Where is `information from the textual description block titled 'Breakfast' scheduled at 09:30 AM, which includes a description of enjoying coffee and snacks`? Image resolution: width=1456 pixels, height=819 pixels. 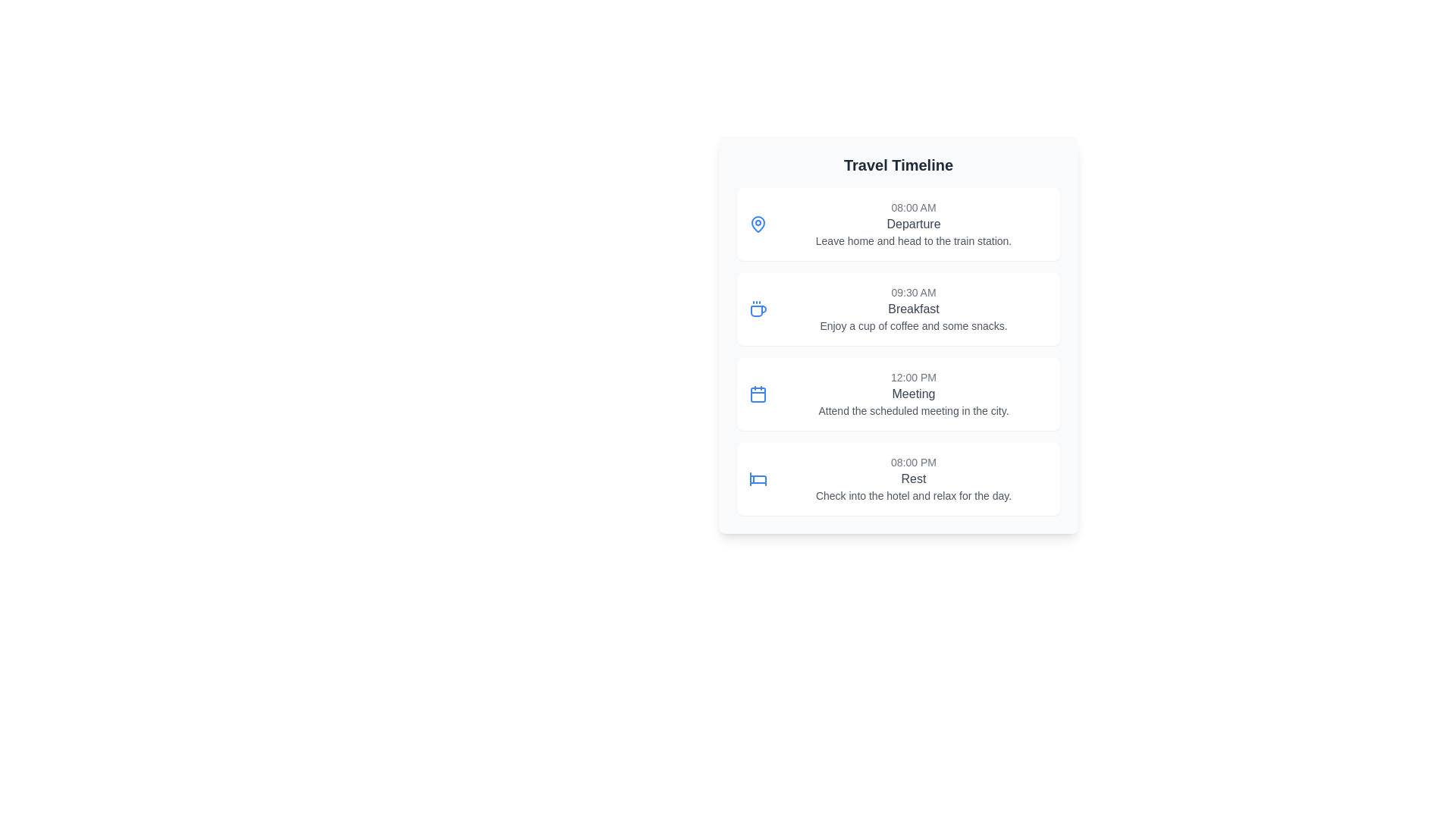 information from the textual description block titled 'Breakfast' scheduled at 09:30 AM, which includes a description of enjoying coffee and snacks is located at coordinates (912, 309).